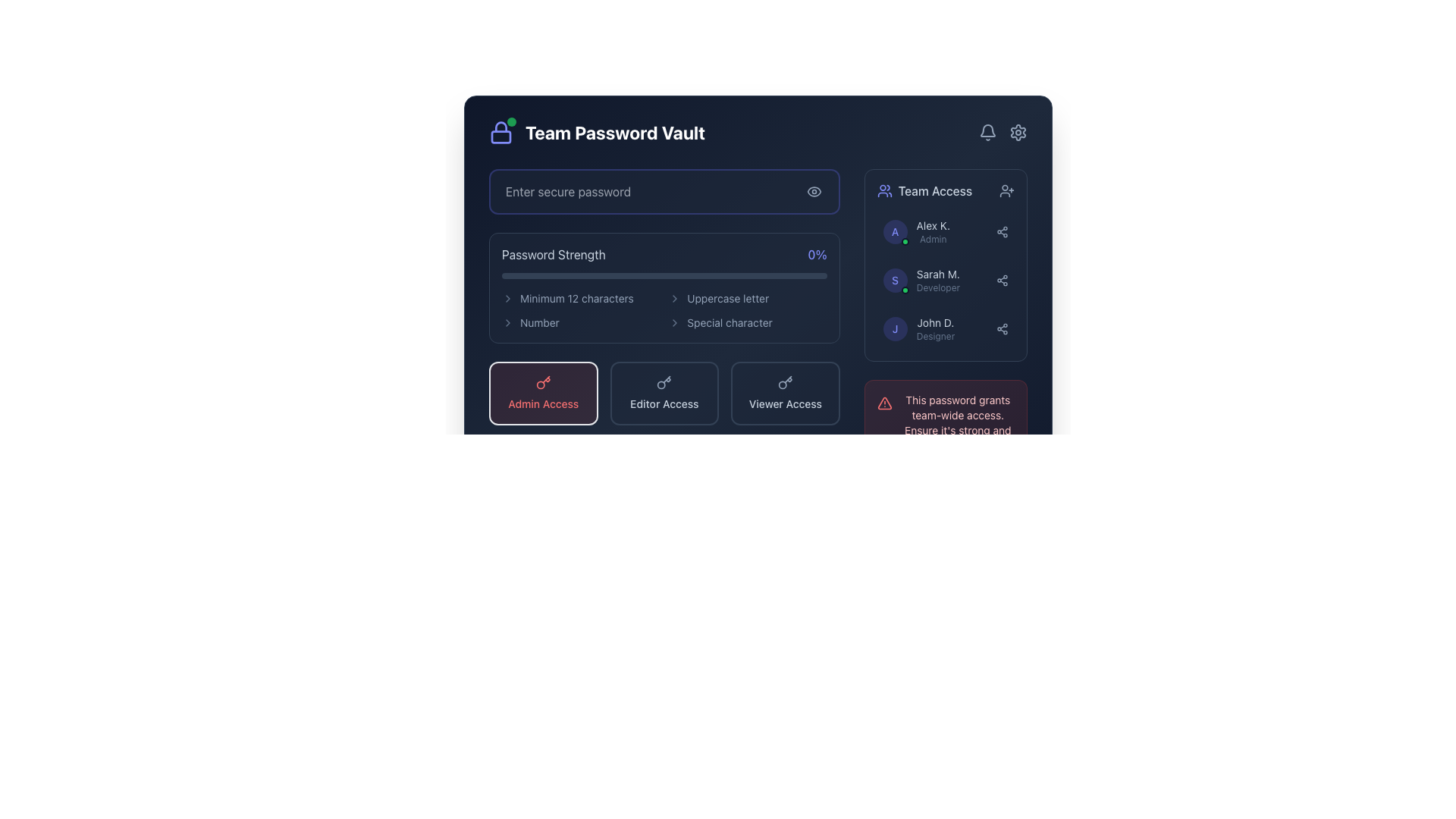 This screenshot has height=819, width=1456. Describe the element at coordinates (674, 322) in the screenshot. I see `the right-pointing chevron icon with a thin gray outline located to the immediate left of the text 'Special character' in the Password Strength section` at that location.